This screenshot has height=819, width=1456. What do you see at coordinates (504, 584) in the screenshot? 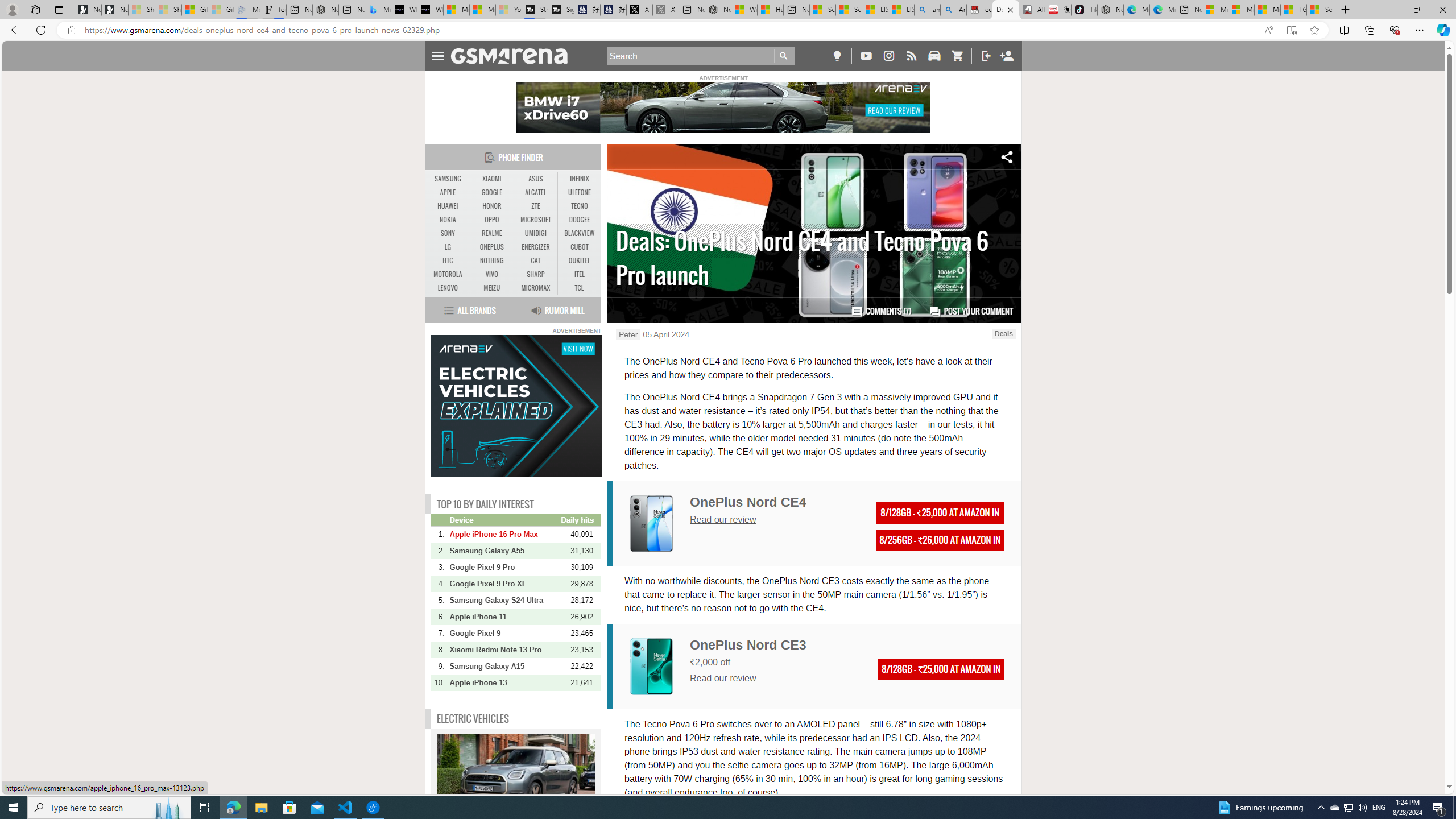
I see `'Google Pixel 9 Pro XL'` at bounding box center [504, 584].